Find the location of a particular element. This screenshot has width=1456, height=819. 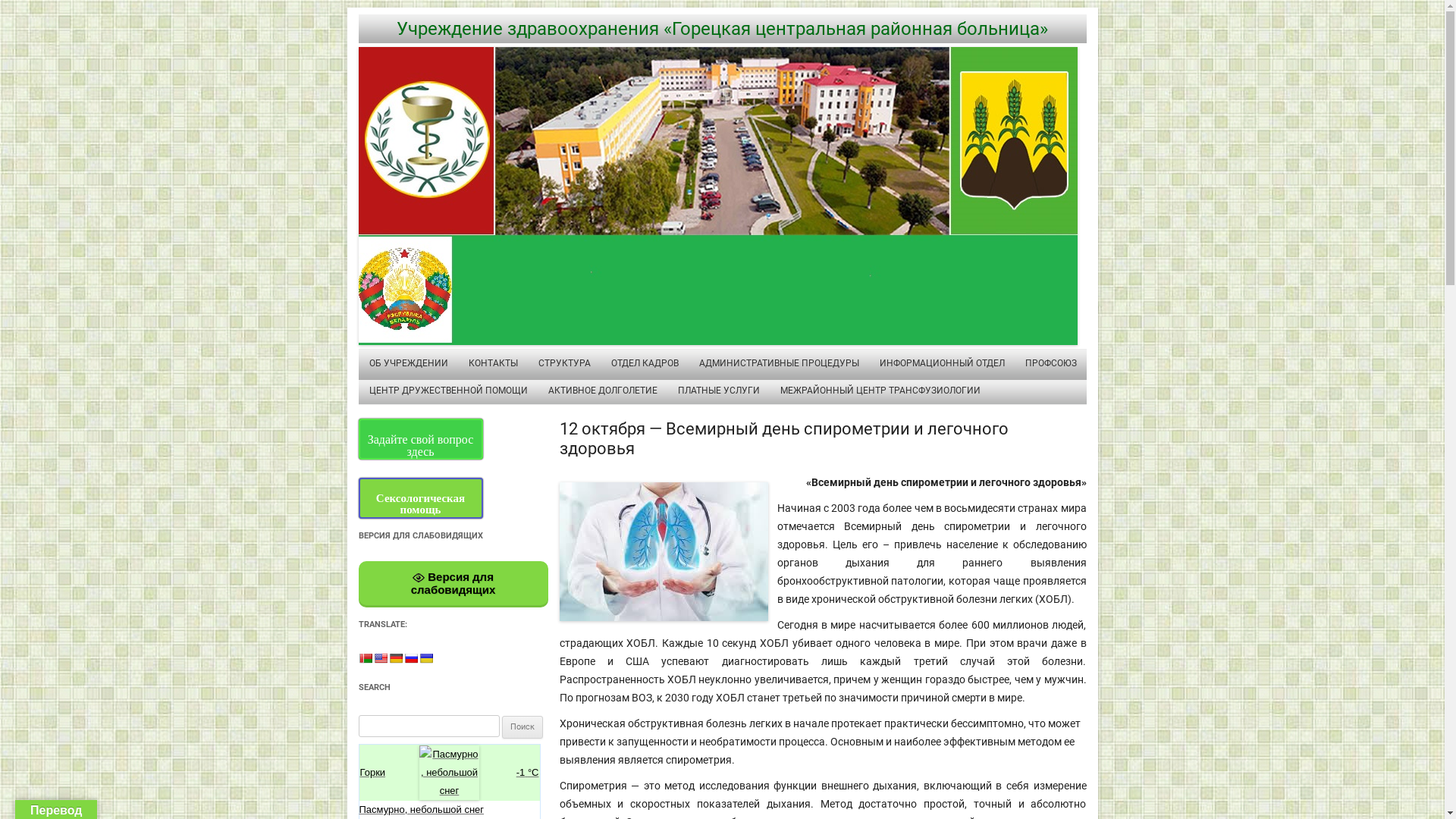

'German' is located at coordinates (395, 657).